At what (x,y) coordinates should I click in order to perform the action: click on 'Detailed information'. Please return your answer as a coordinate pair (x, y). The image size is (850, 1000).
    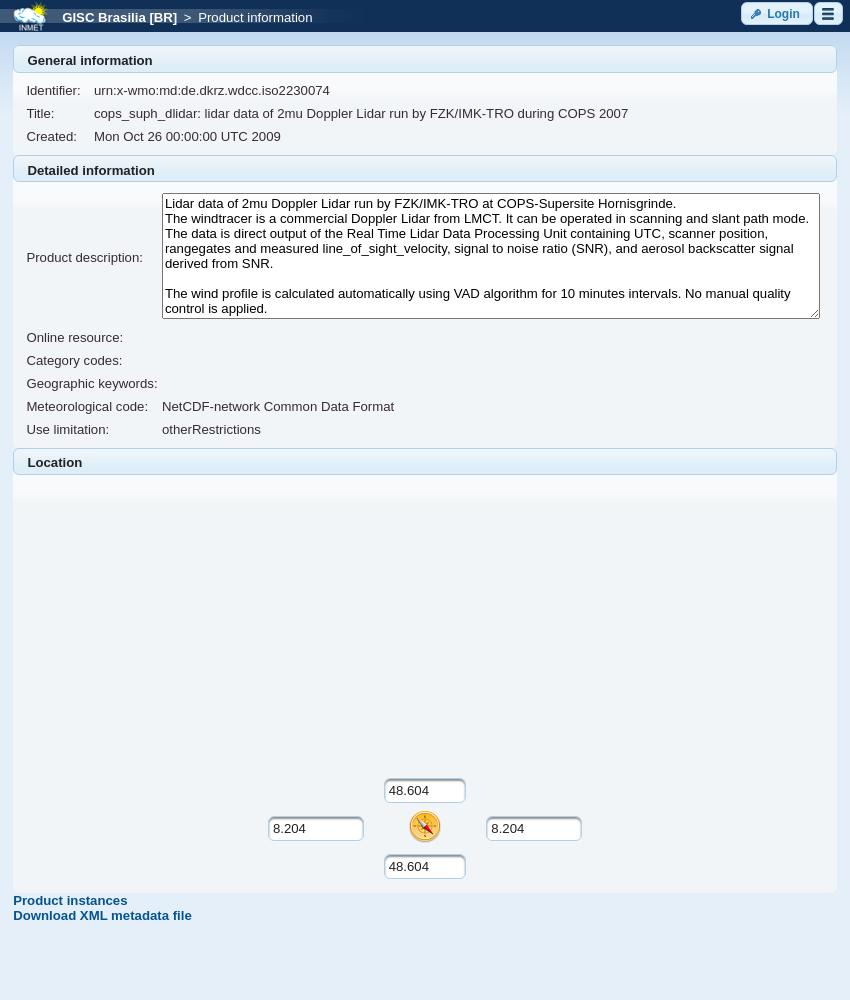
    Looking at the image, I should click on (89, 169).